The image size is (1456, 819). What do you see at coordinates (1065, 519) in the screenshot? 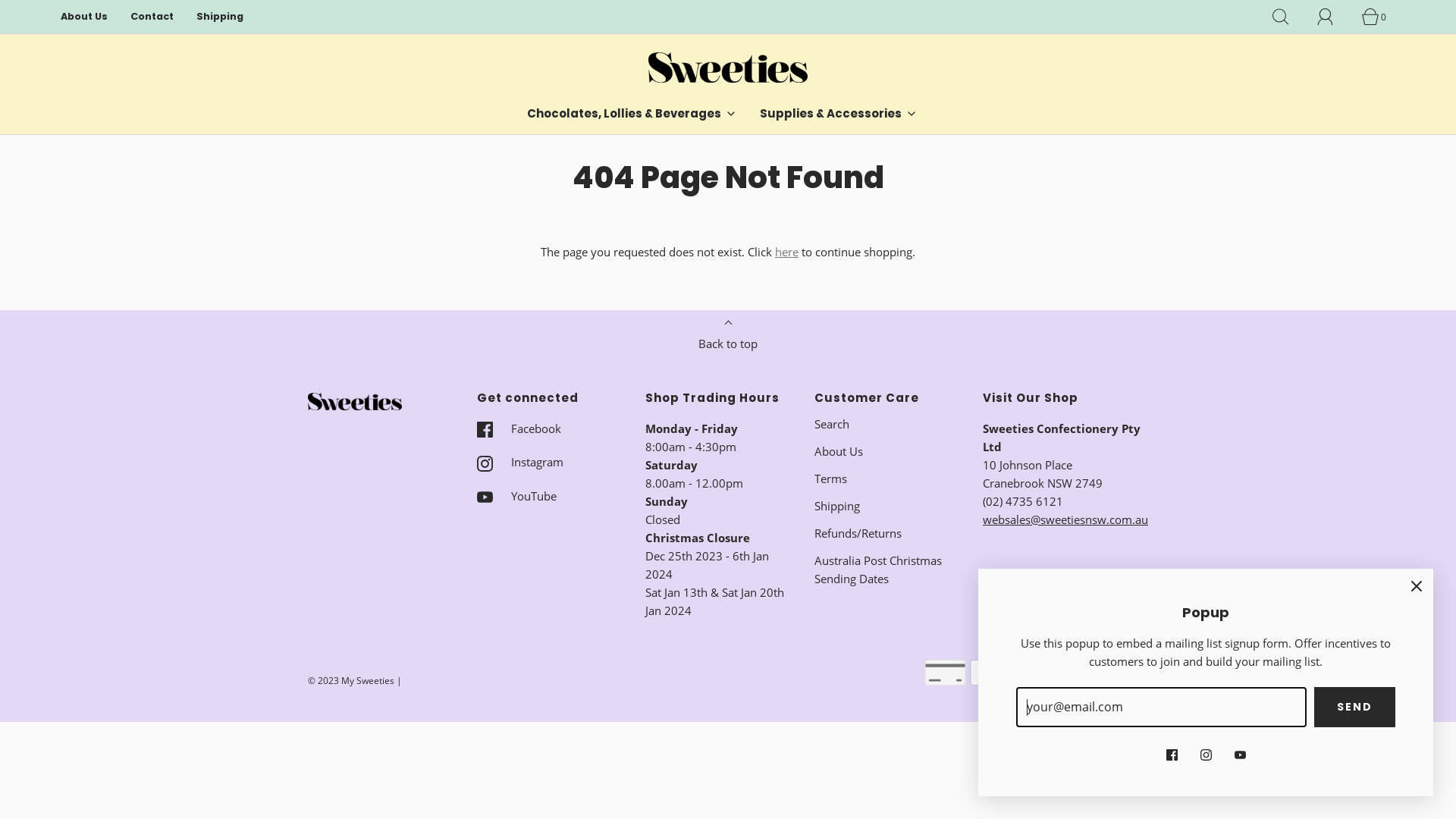
I see `'websales@sweetiesnsw.com.au'` at bounding box center [1065, 519].